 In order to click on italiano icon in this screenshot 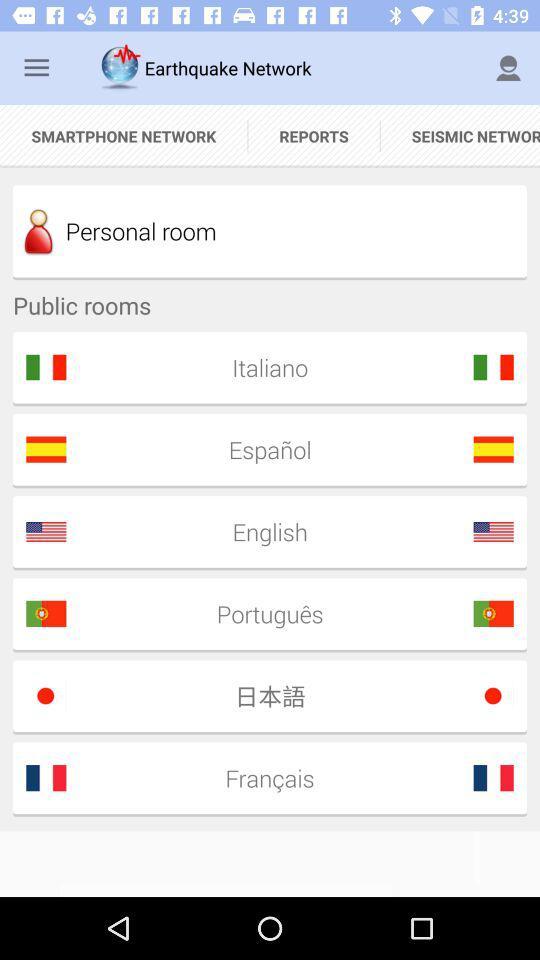, I will do `click(263, 366)`.